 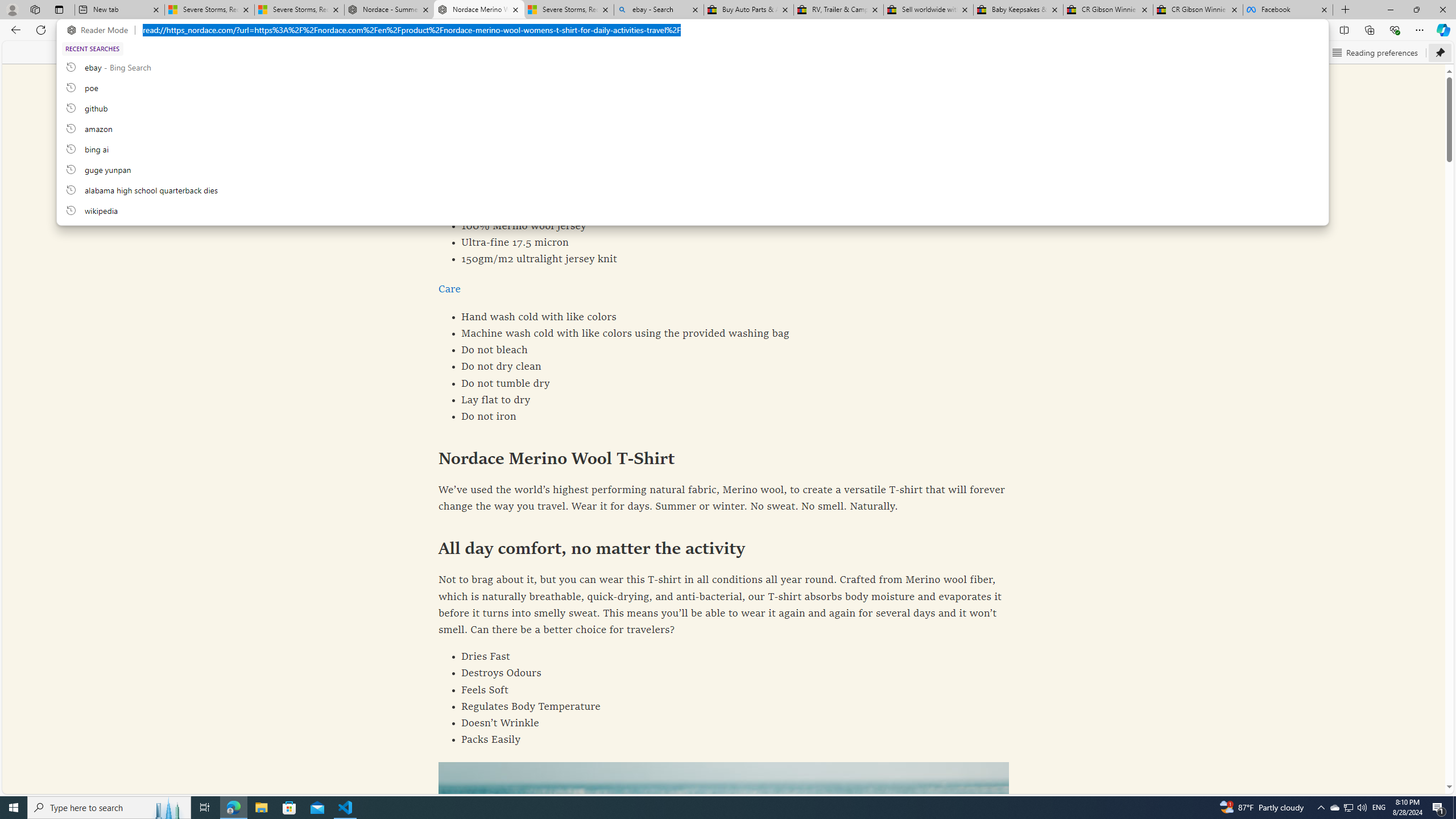 What do you see at coordinates (723, 416) in the screenshot?
I see `'Do not iron'` at bounding box center [723, 416].